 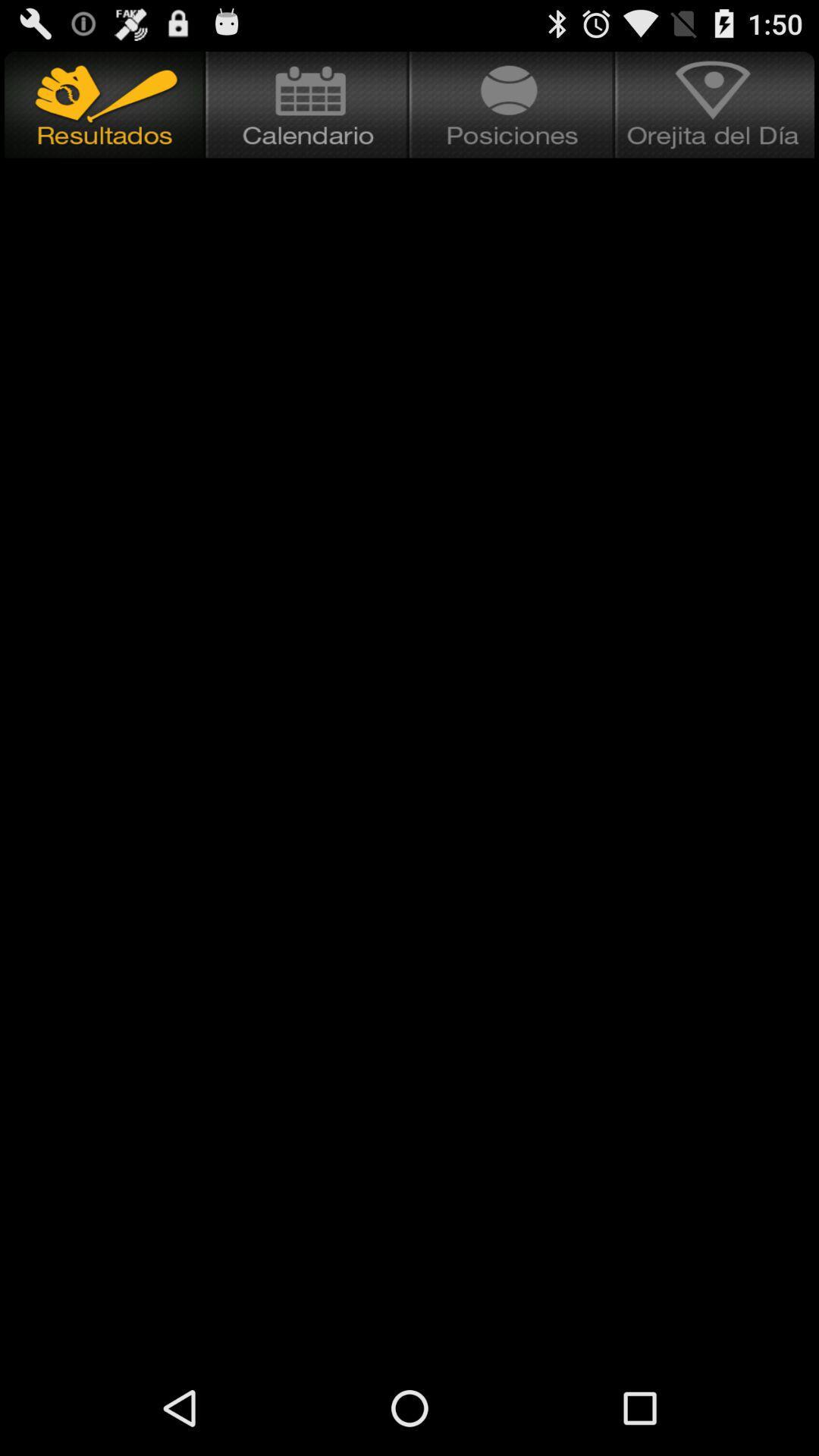 What do you see at coordinates (512, 104) in the screenshot?
I see `posiciones` at bounding box center [512, 104].